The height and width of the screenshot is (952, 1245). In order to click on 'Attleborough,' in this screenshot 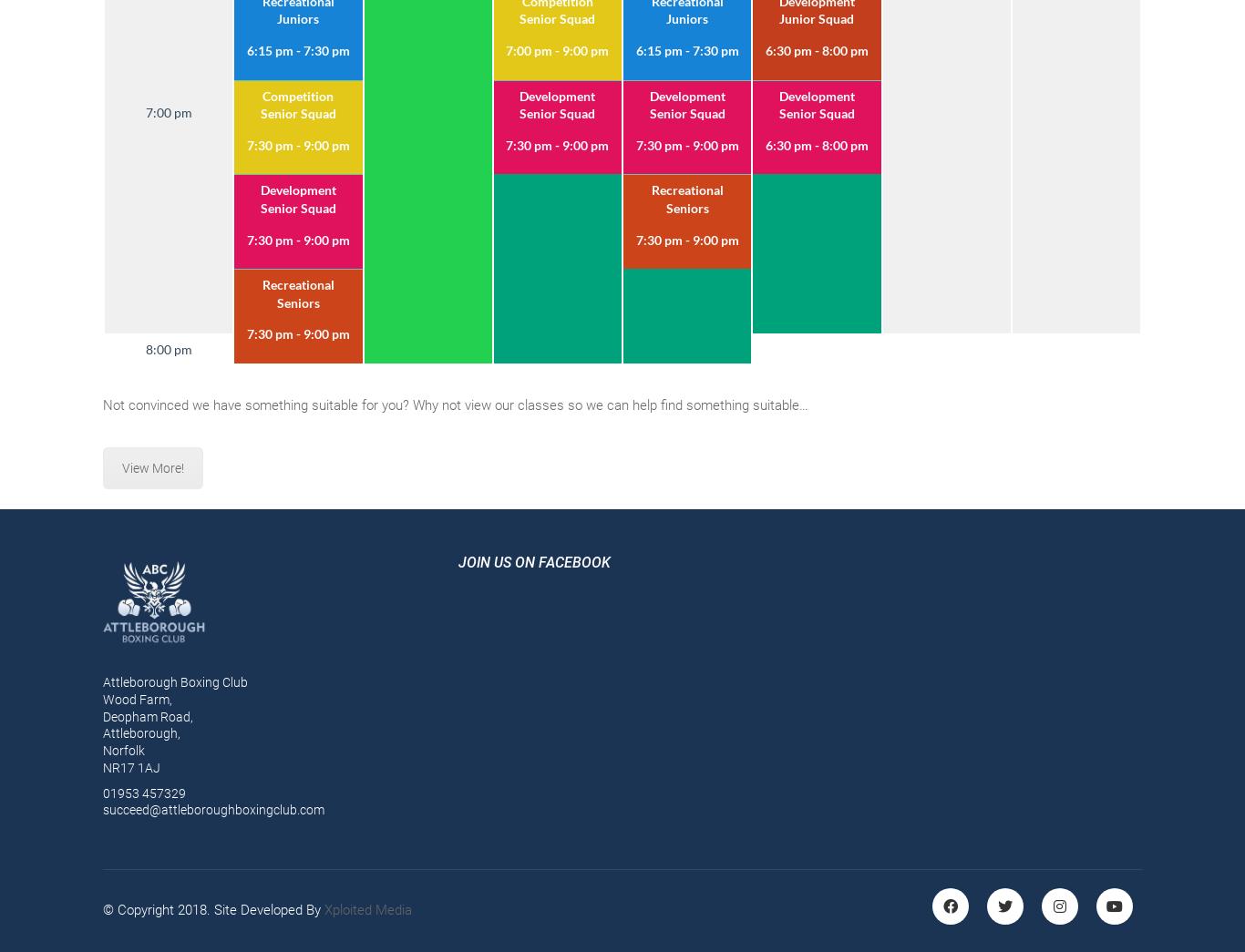, I will do `click(140, 732)`.